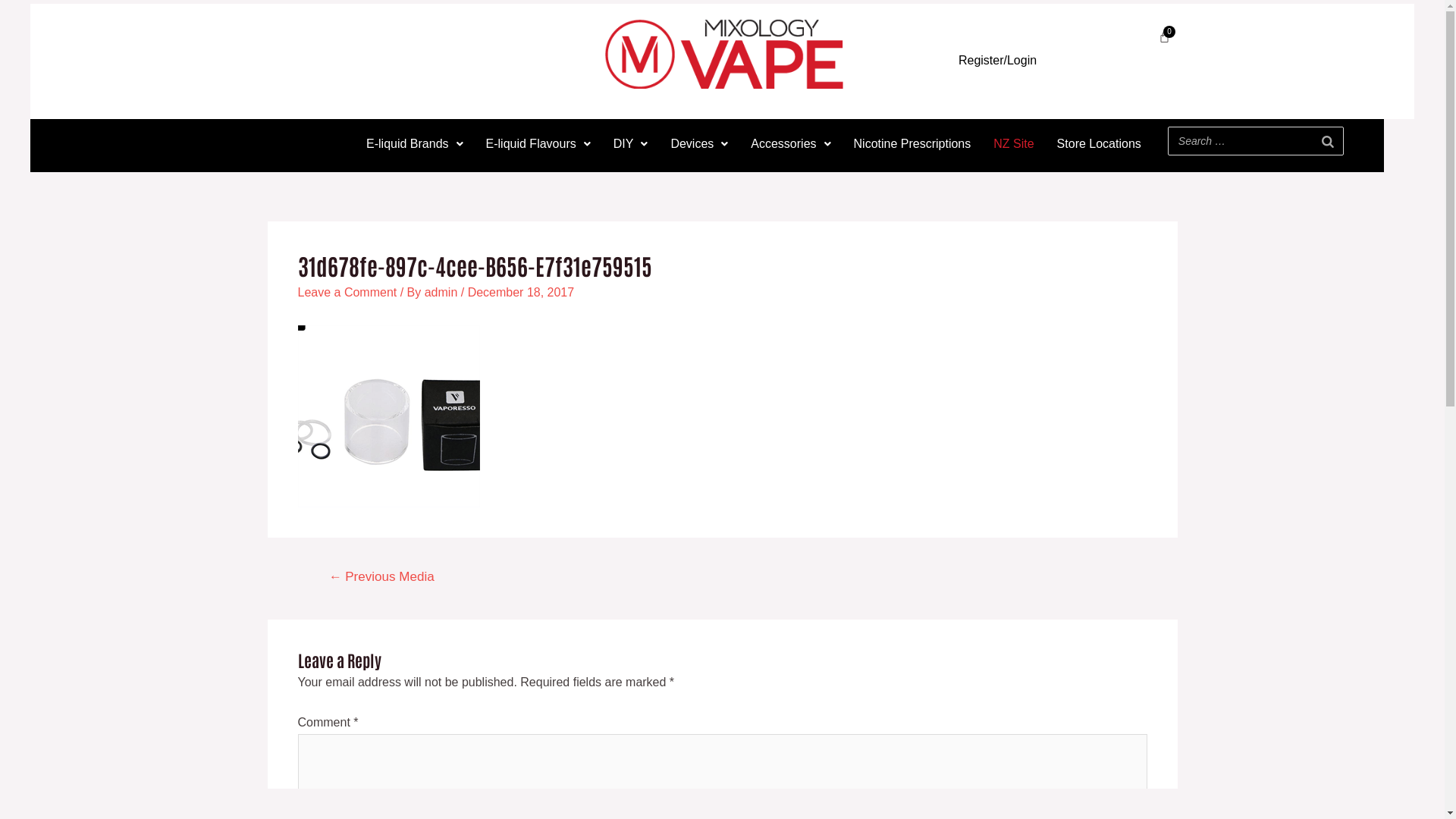  Describe the element at coordinates (473, 143) in the screenshot. I see `'E-liquid Flavours'` at that location.